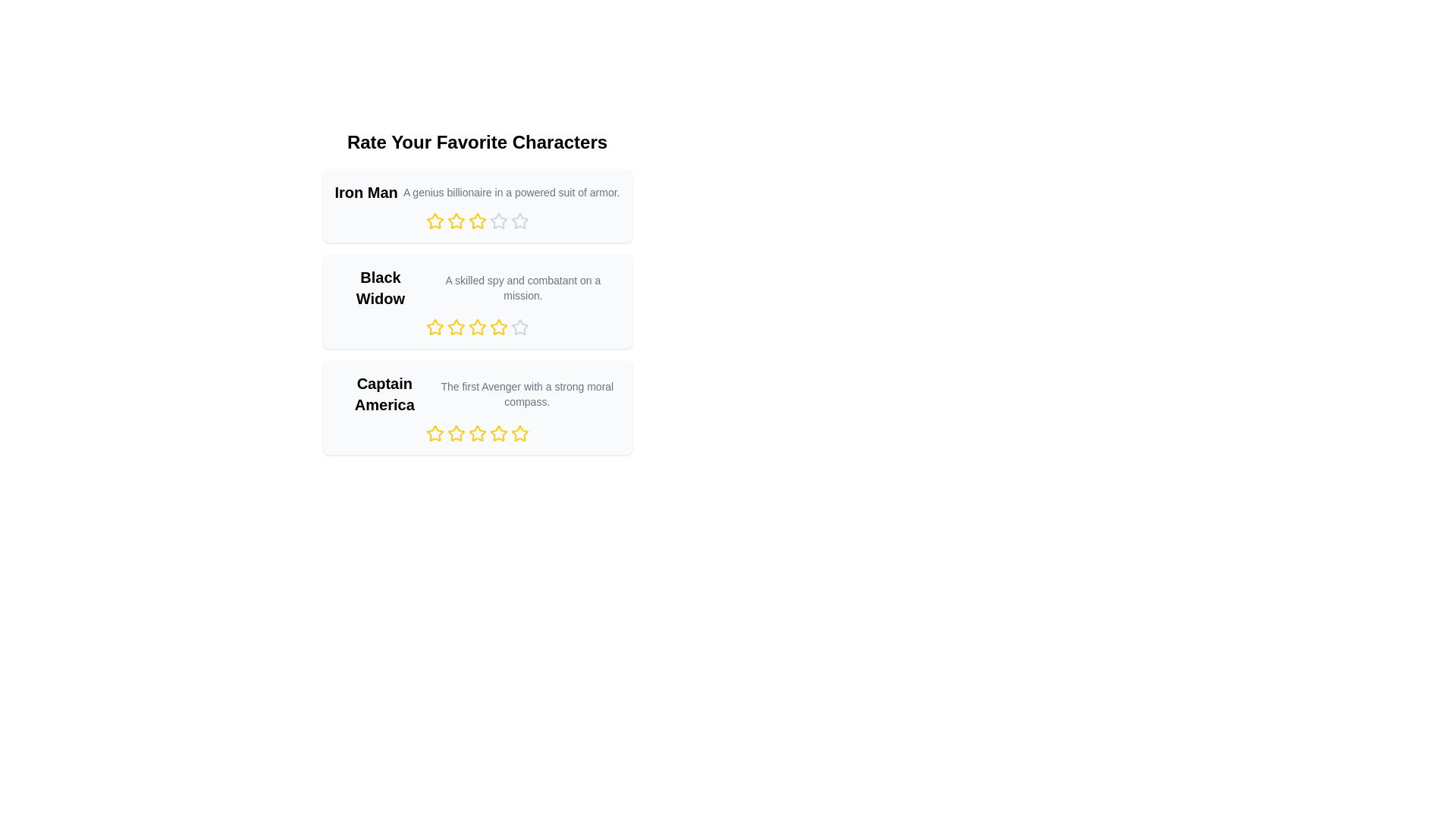 This screenshot has height=819, width=1456. What do you see at coordinates (476, 221) in the screenshot?
I see `the interactive yellow star icon with a hollow center, which is the third star in a row of five stars within the 'Iron Man' card` at bounding box center [476, 221].